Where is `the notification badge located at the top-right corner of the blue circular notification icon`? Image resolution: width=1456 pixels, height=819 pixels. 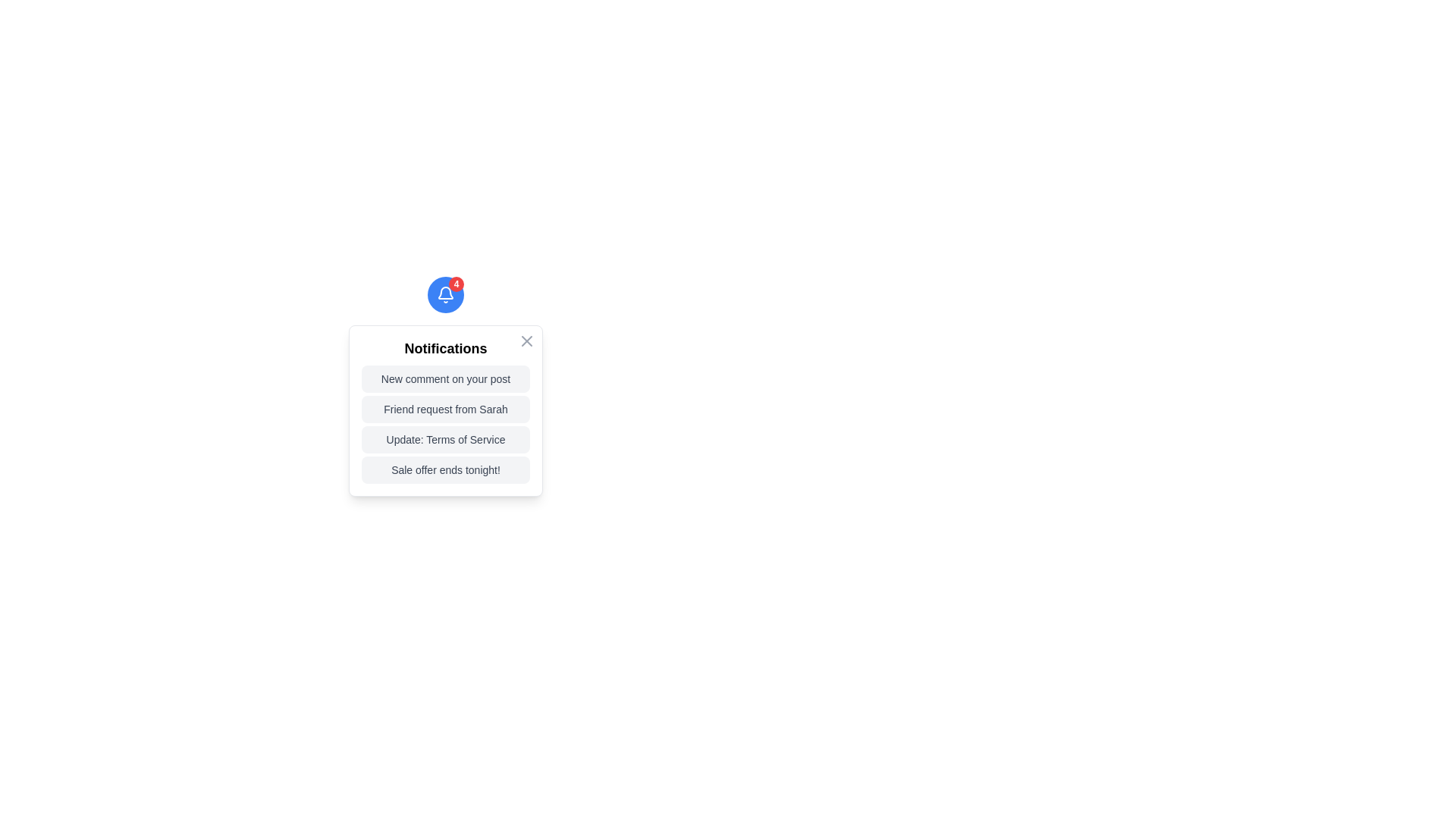
the notification badge located at the top-right corner of the blue circular notification icon is located at coordinates (455, 284).